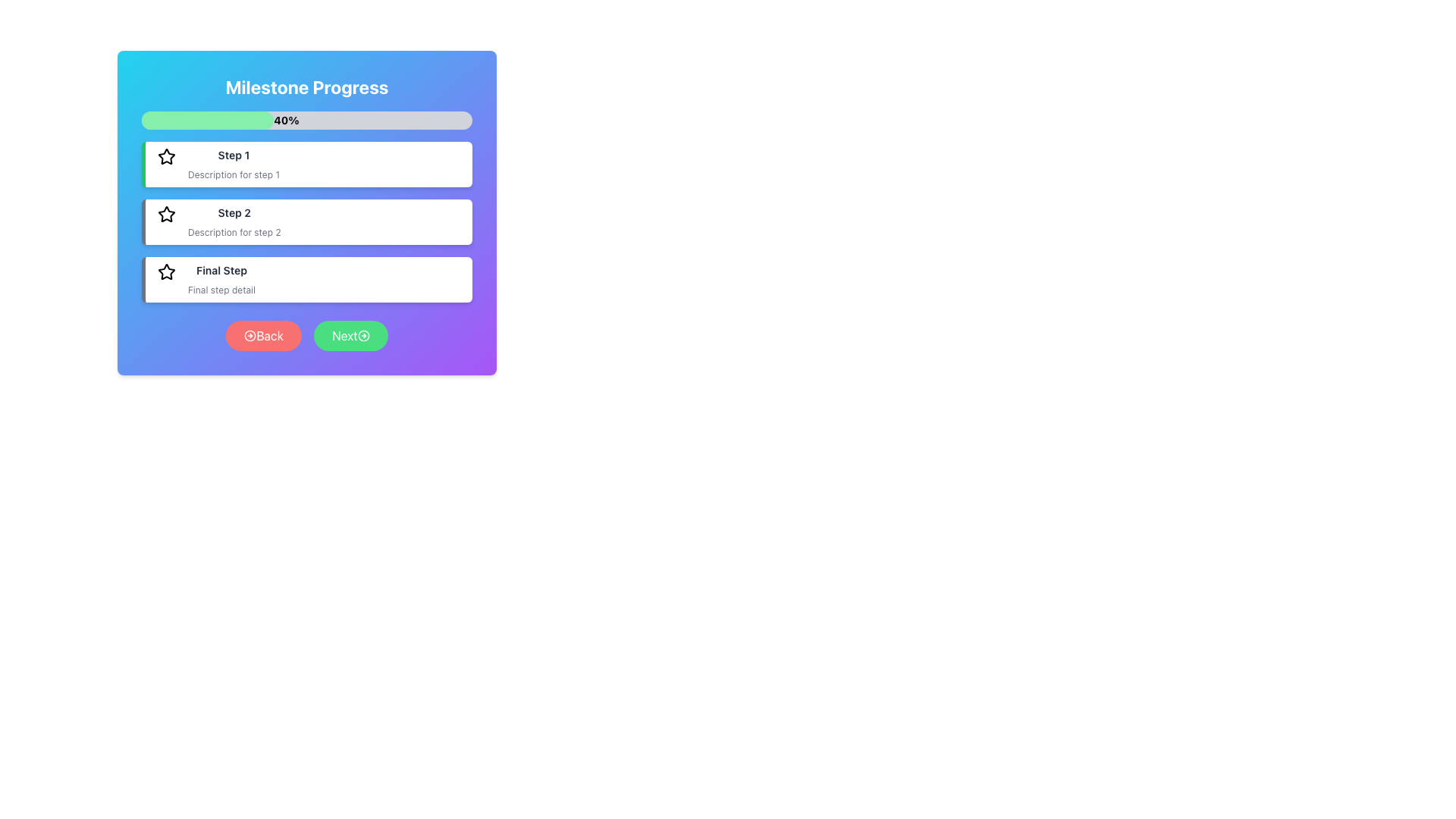  I want to click on the text label reading 'Step 2', which is bold and dark gray, located in the second white card section under the main header, so click(234, 213).